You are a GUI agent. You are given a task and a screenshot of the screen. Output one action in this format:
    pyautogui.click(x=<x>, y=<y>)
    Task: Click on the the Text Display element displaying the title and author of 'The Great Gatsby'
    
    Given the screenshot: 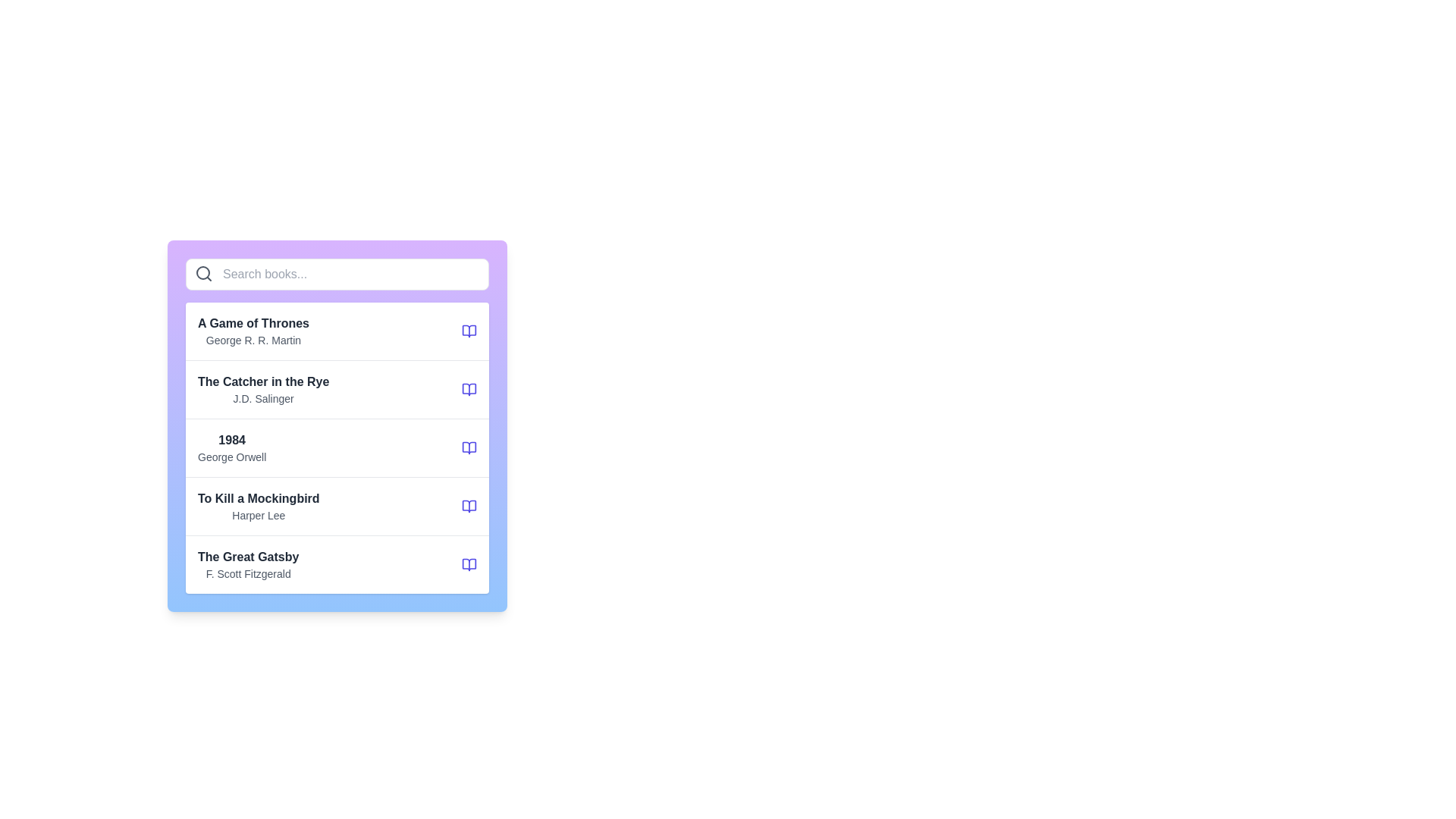 What is the action you would take?
    pyautogui.click(x=248, y=564)
    